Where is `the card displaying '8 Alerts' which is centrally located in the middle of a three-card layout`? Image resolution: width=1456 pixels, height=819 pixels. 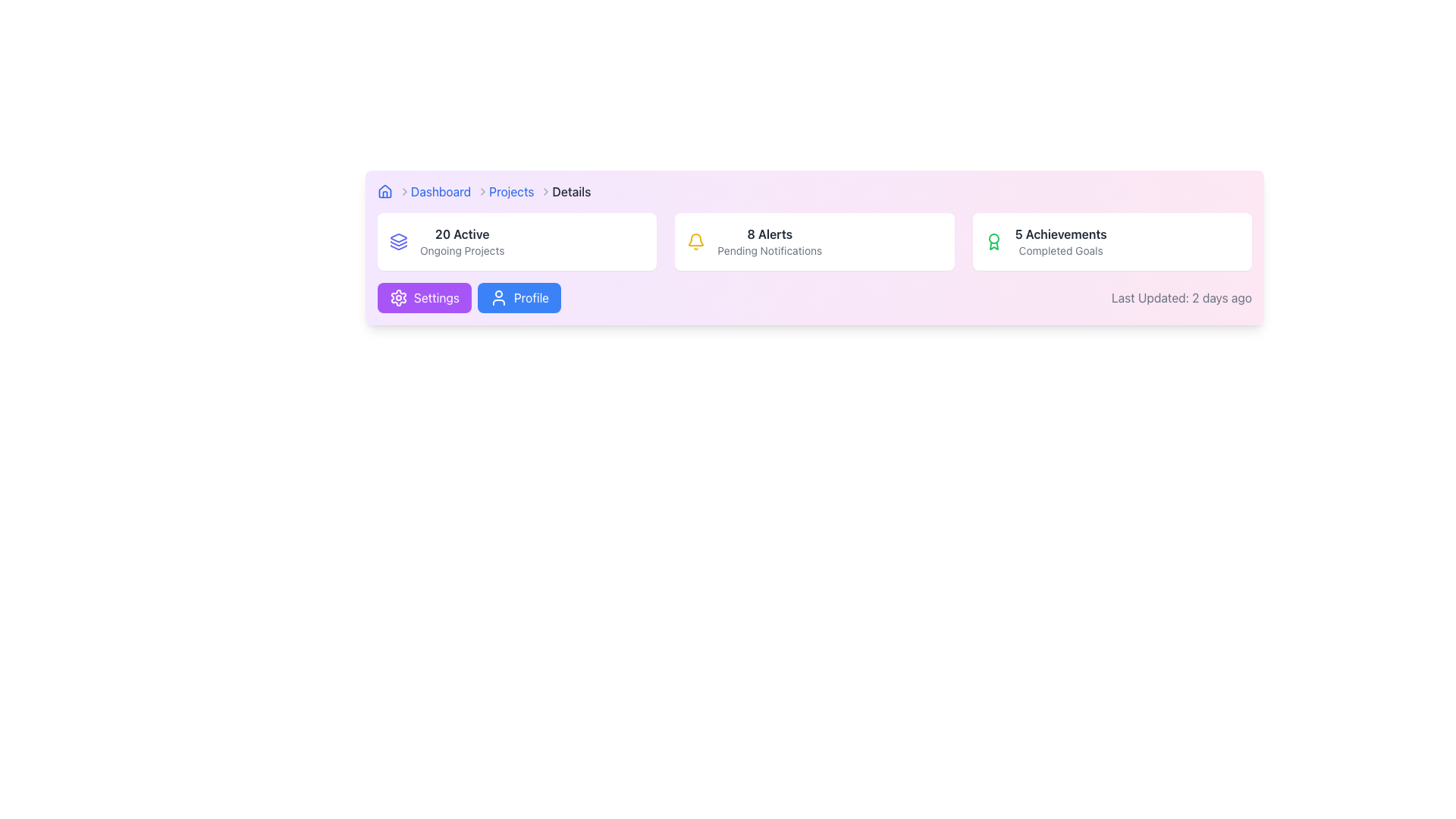 the card displaying '8 Alerts' which is centrally located in the middle of a three-card layout is located at coordinates (814, 241).